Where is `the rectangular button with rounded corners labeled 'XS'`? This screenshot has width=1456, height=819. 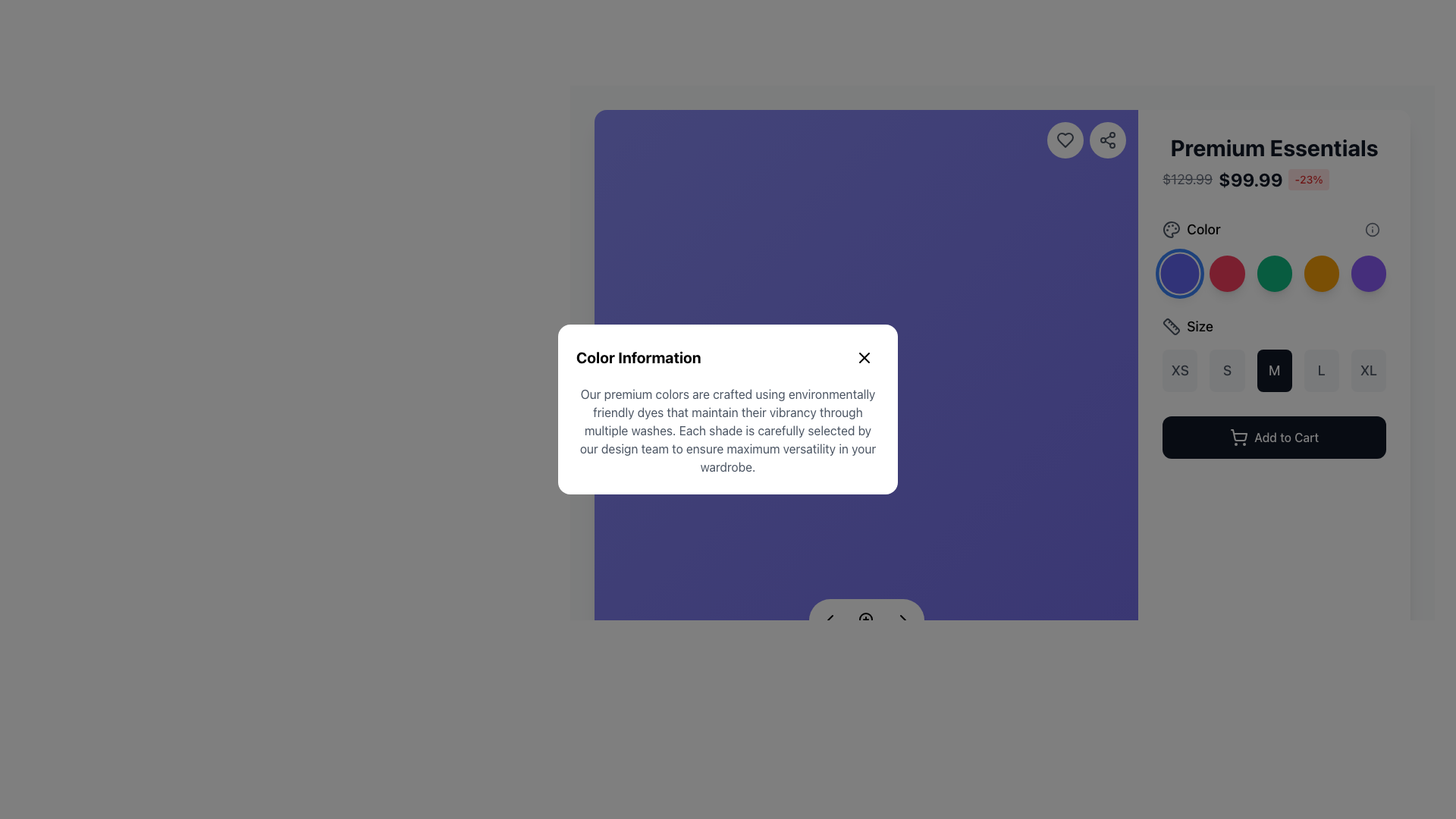
the rectangular button with rounded corners labeled 'XS' is located at coordinates (1178, 371).